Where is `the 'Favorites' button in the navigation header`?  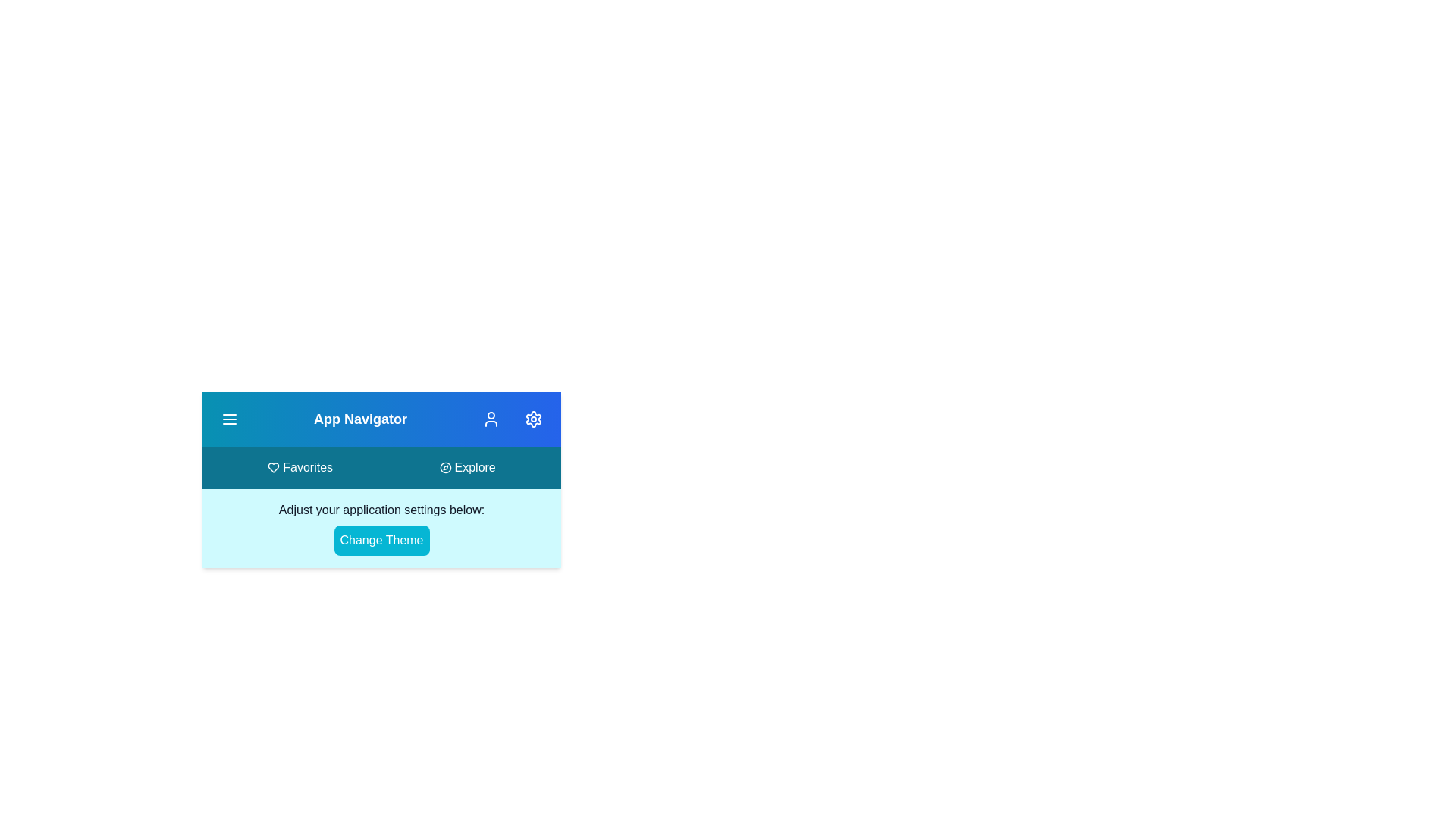 the 'Favorites' button in the navigation header is located at coordinates (300, 467).